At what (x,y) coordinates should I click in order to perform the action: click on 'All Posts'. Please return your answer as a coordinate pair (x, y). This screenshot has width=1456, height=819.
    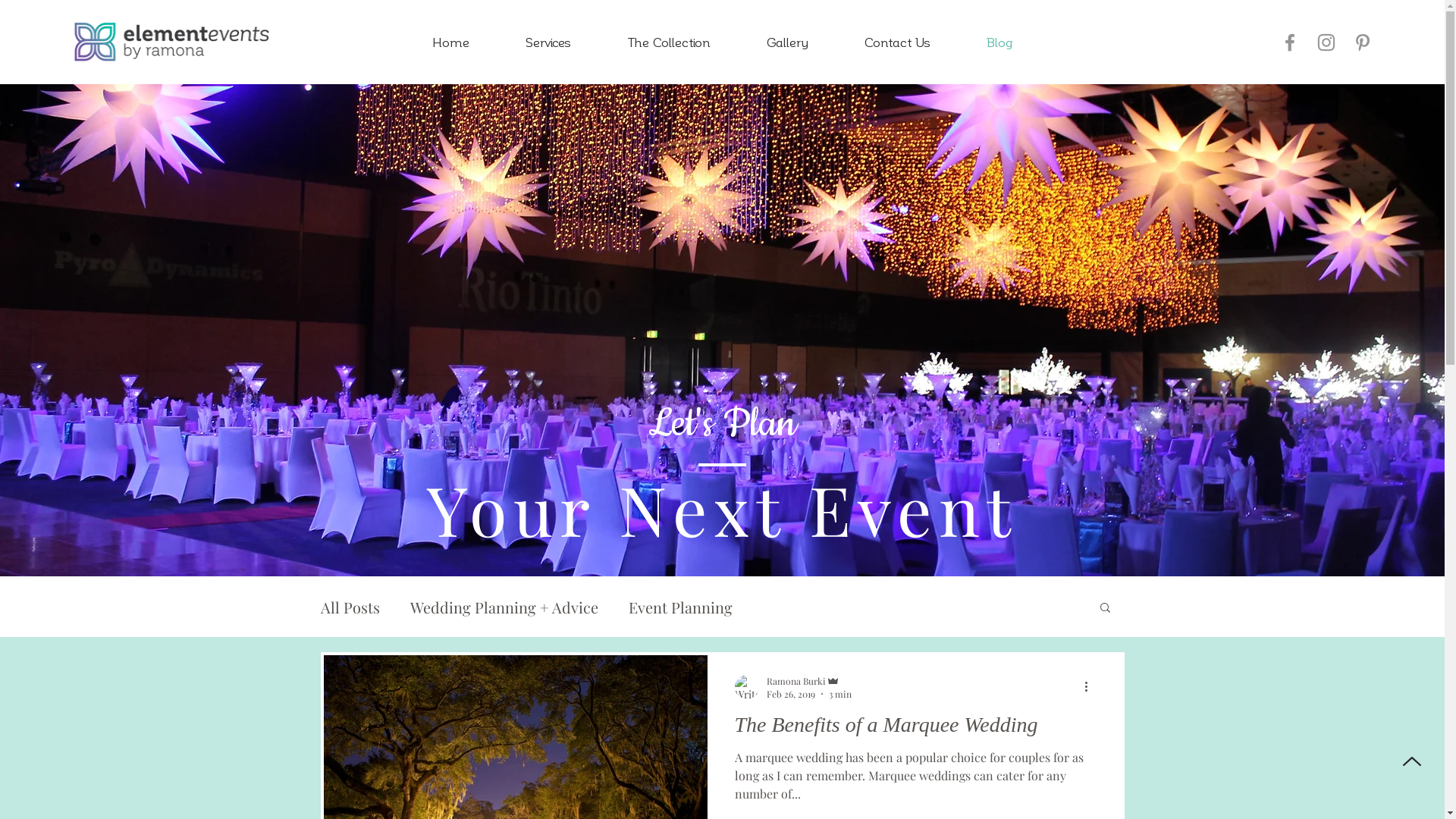
    Looking at the image, I should click on (319, 605).